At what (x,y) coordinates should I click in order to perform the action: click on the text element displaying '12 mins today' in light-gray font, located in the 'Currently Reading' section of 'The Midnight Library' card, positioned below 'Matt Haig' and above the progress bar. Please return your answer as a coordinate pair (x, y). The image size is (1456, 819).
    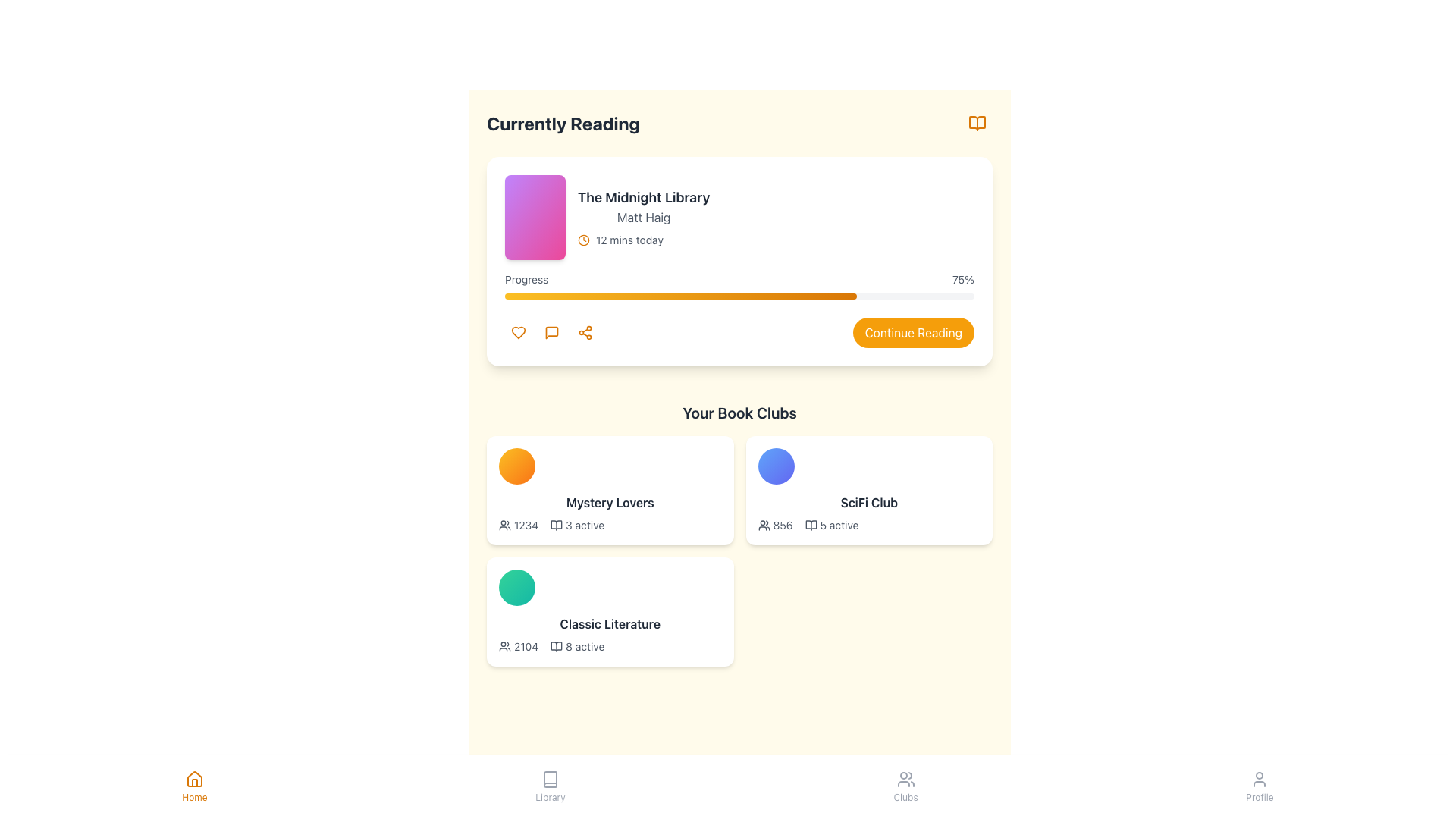
    Looking at the image, I should click on (629, 239).